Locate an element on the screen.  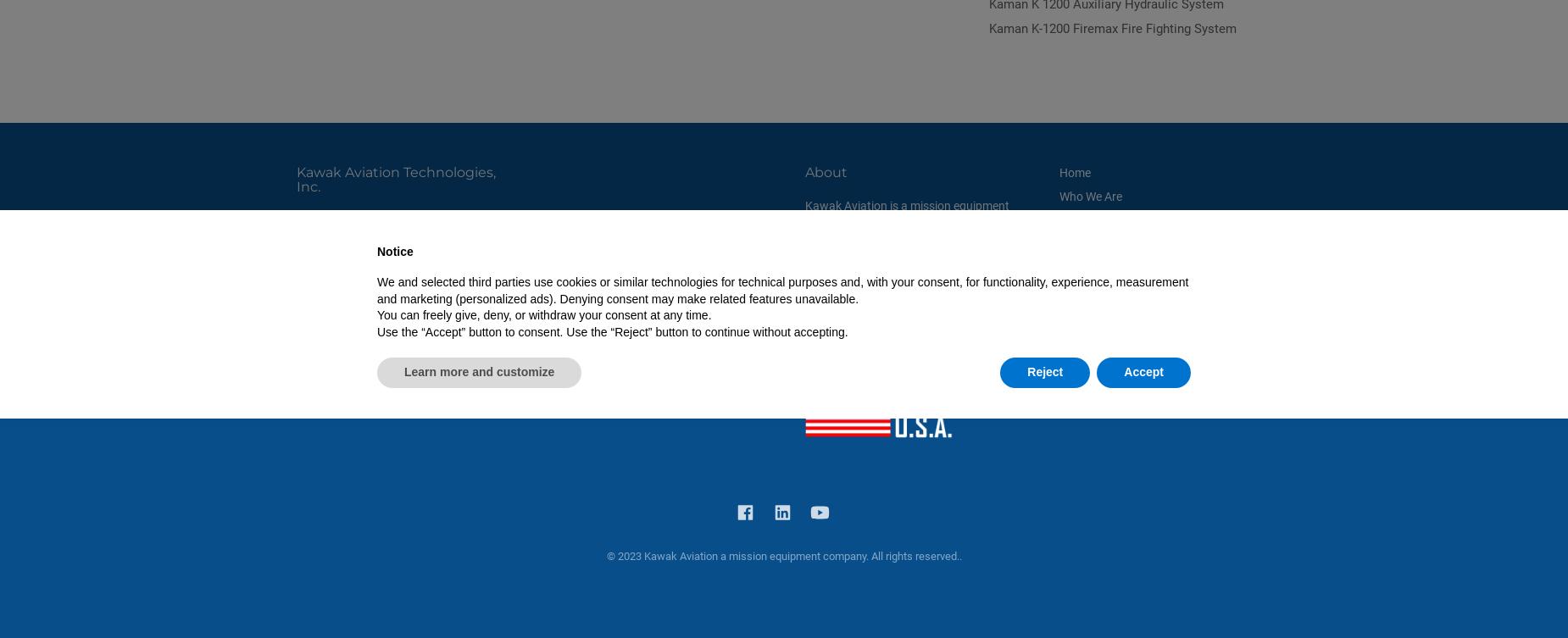
'Use the “Accept” button to consent. Use the “Reject” button to continue without accepting.' is located at coordinates (375, 330).